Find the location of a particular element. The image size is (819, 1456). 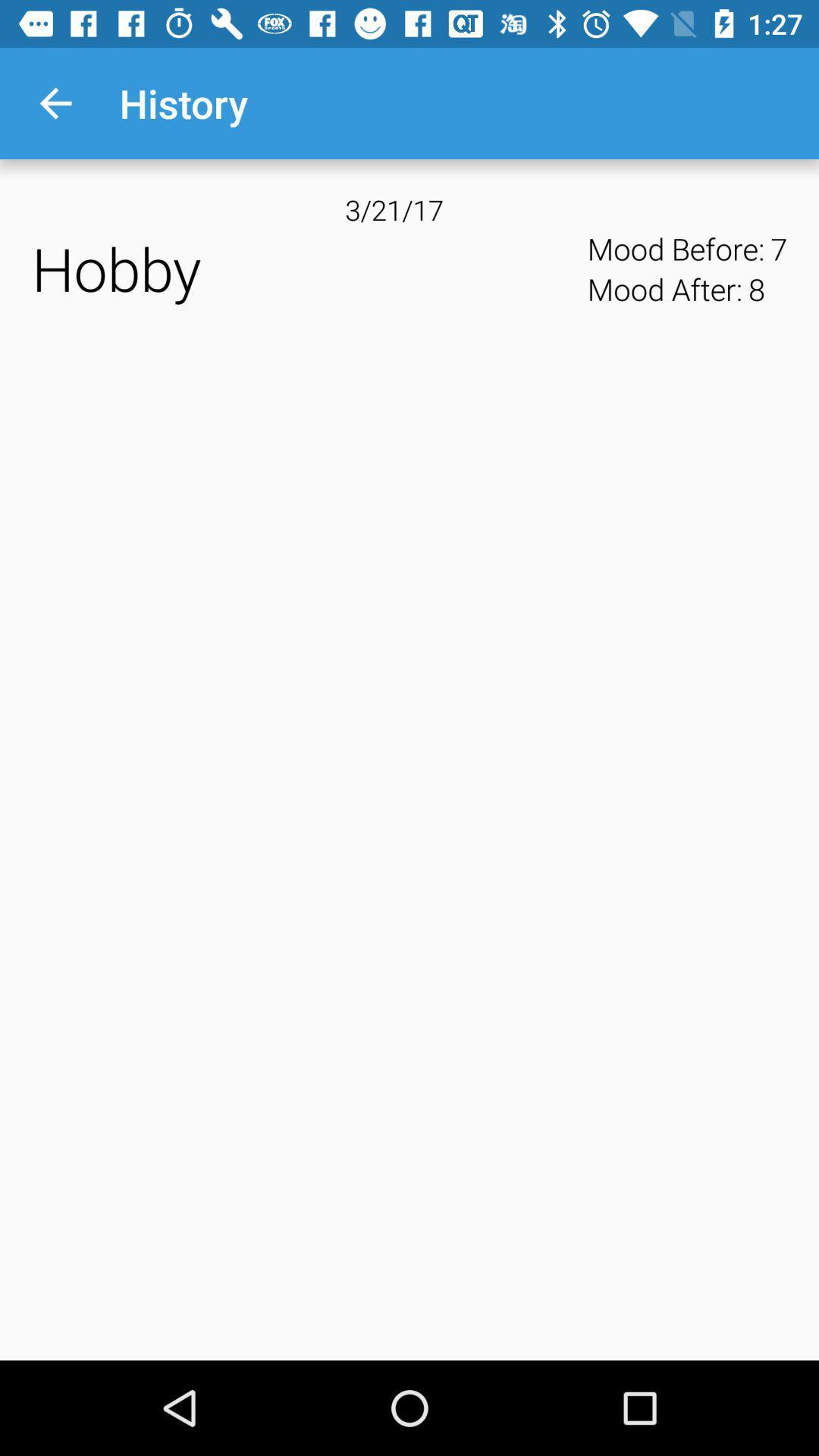

item next to the 8 is located at coordinates (779, 249).